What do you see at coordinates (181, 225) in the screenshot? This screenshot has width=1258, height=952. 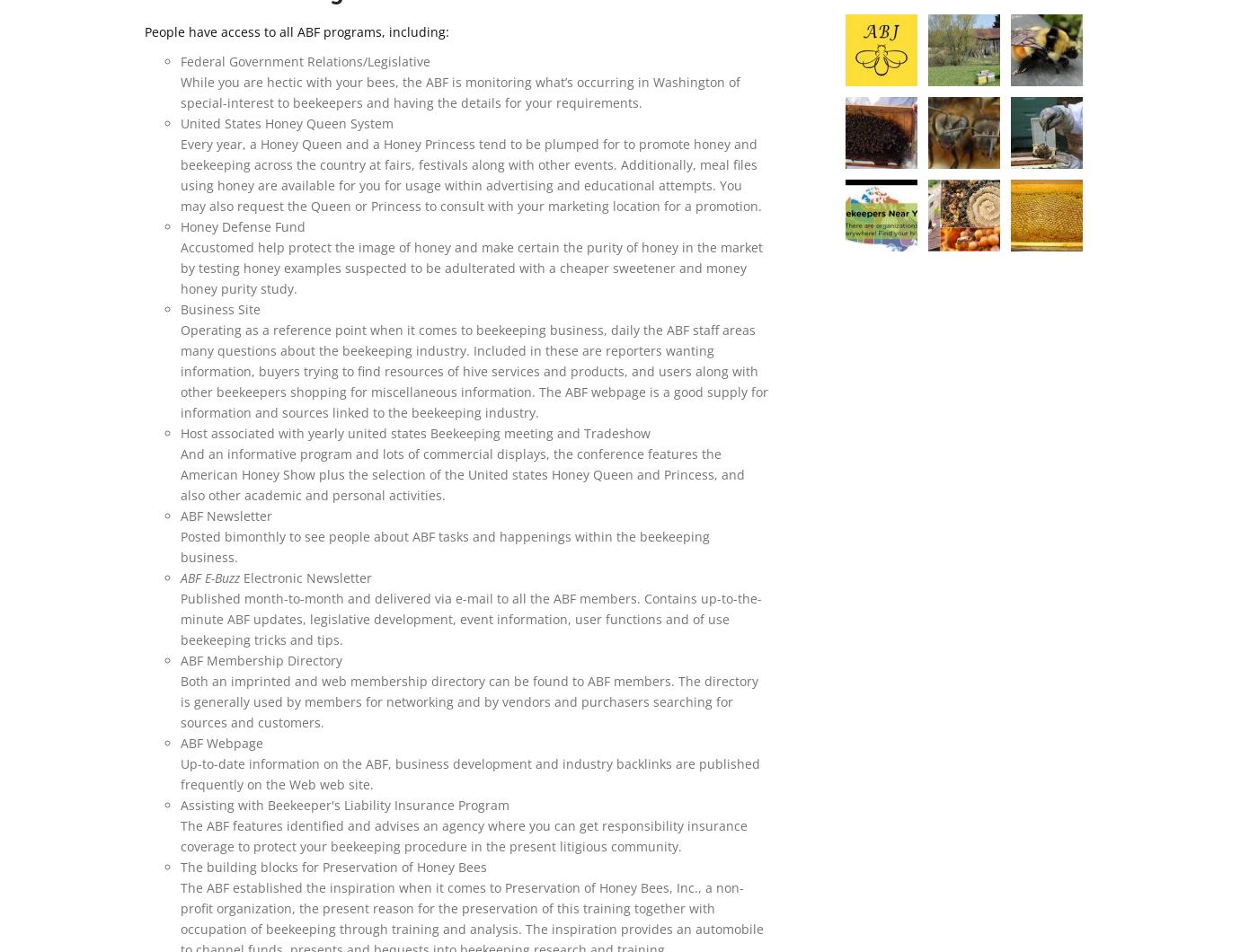 I see `'Honey Defense Fund'` at bounding box center [181, 225].